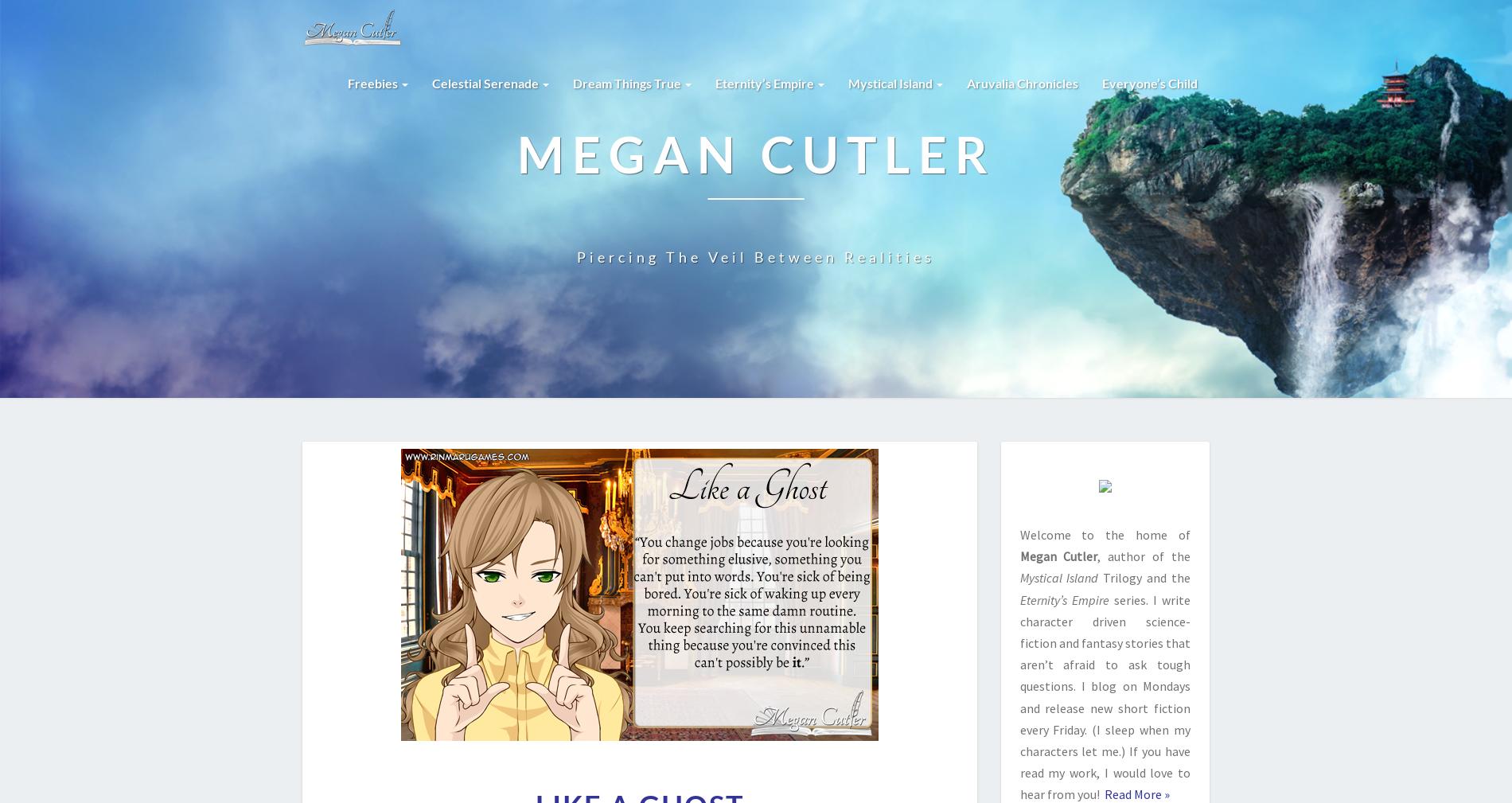 This screenshot has width=1512, height=803. I want to click on 'Freebies', so click(347, 82).